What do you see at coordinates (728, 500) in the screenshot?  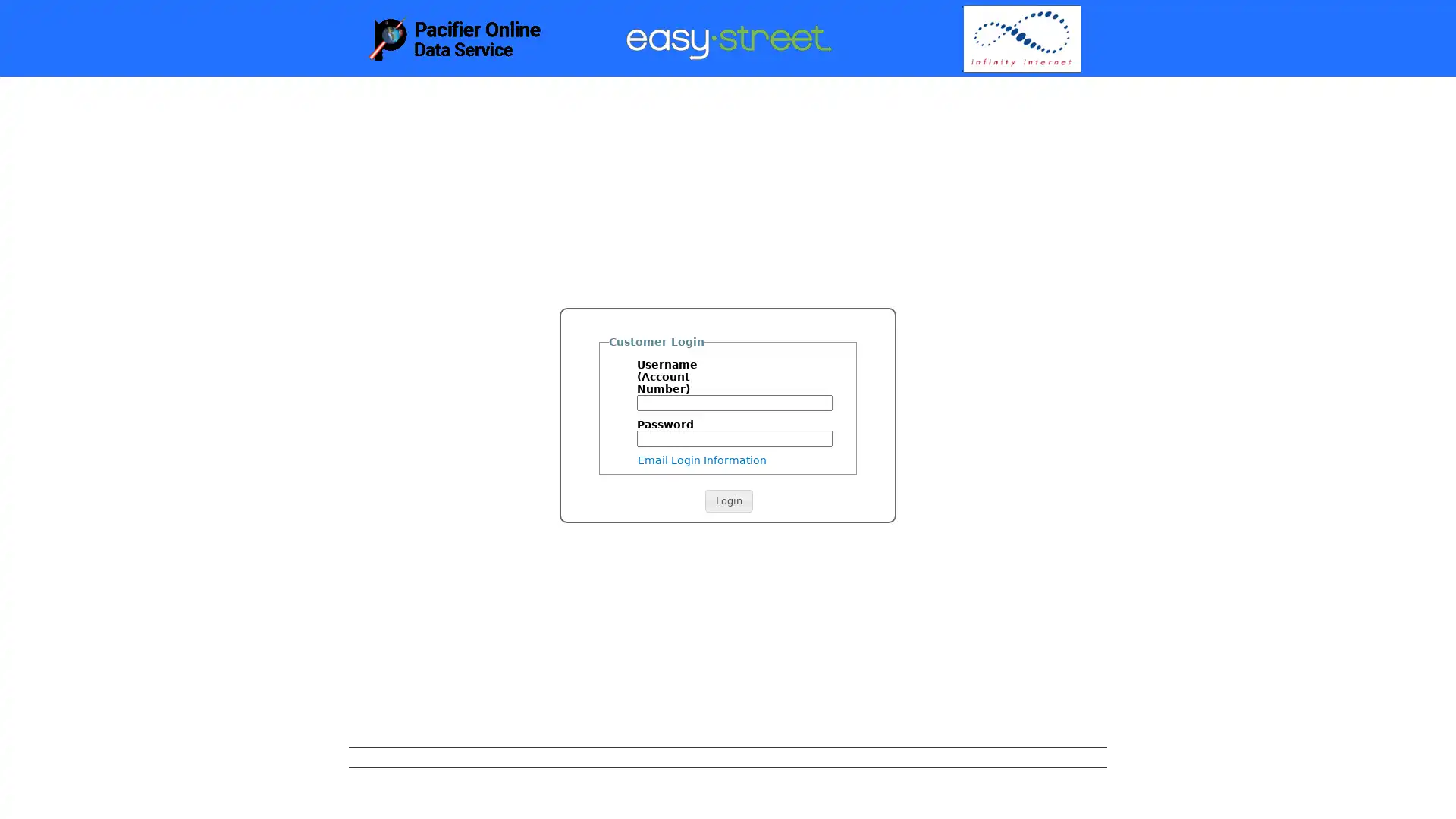 I see `Login` at bounding box center [728, 500].